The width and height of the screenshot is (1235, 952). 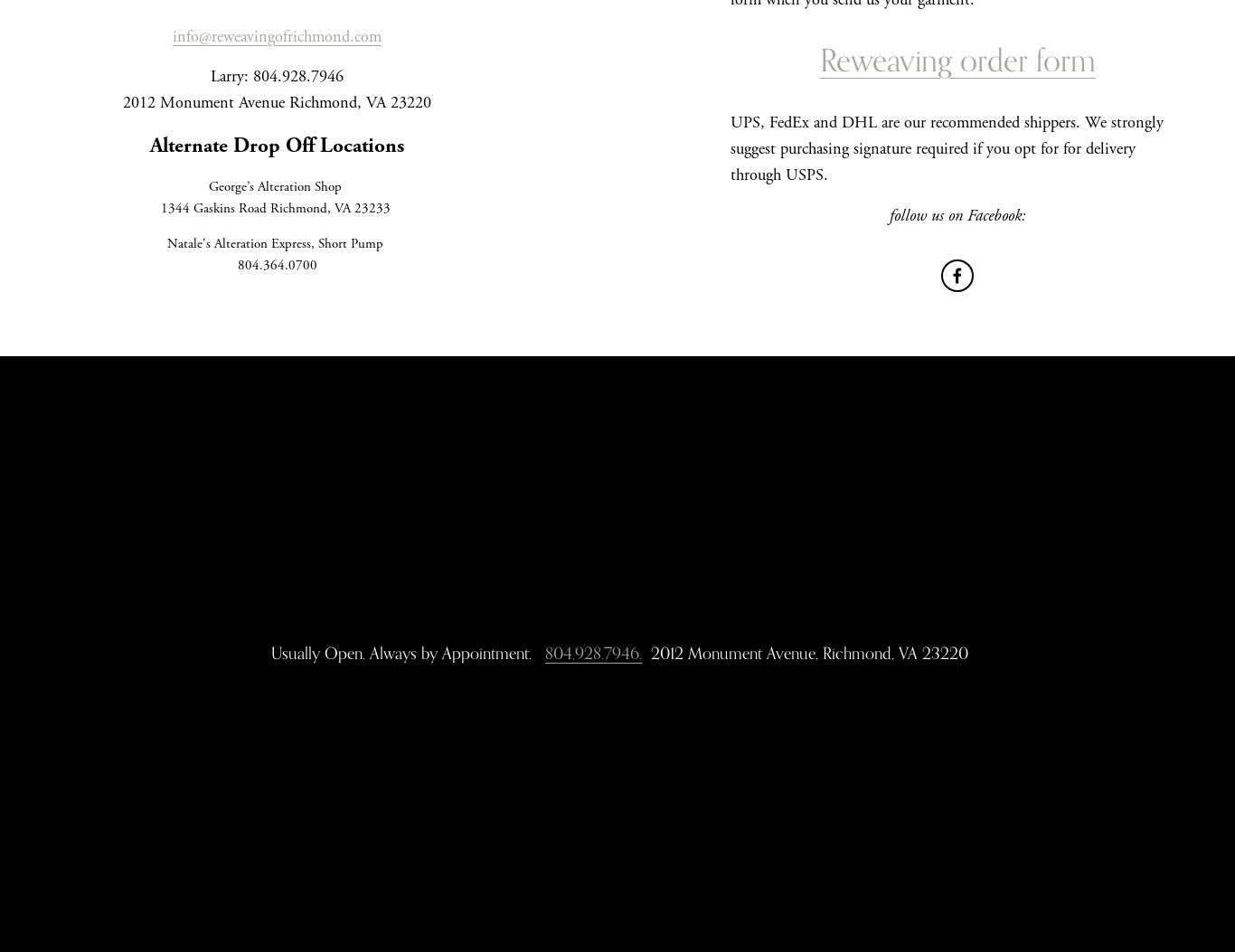 I want to click on 'Reweaving order form', so click(x=956, y=59).